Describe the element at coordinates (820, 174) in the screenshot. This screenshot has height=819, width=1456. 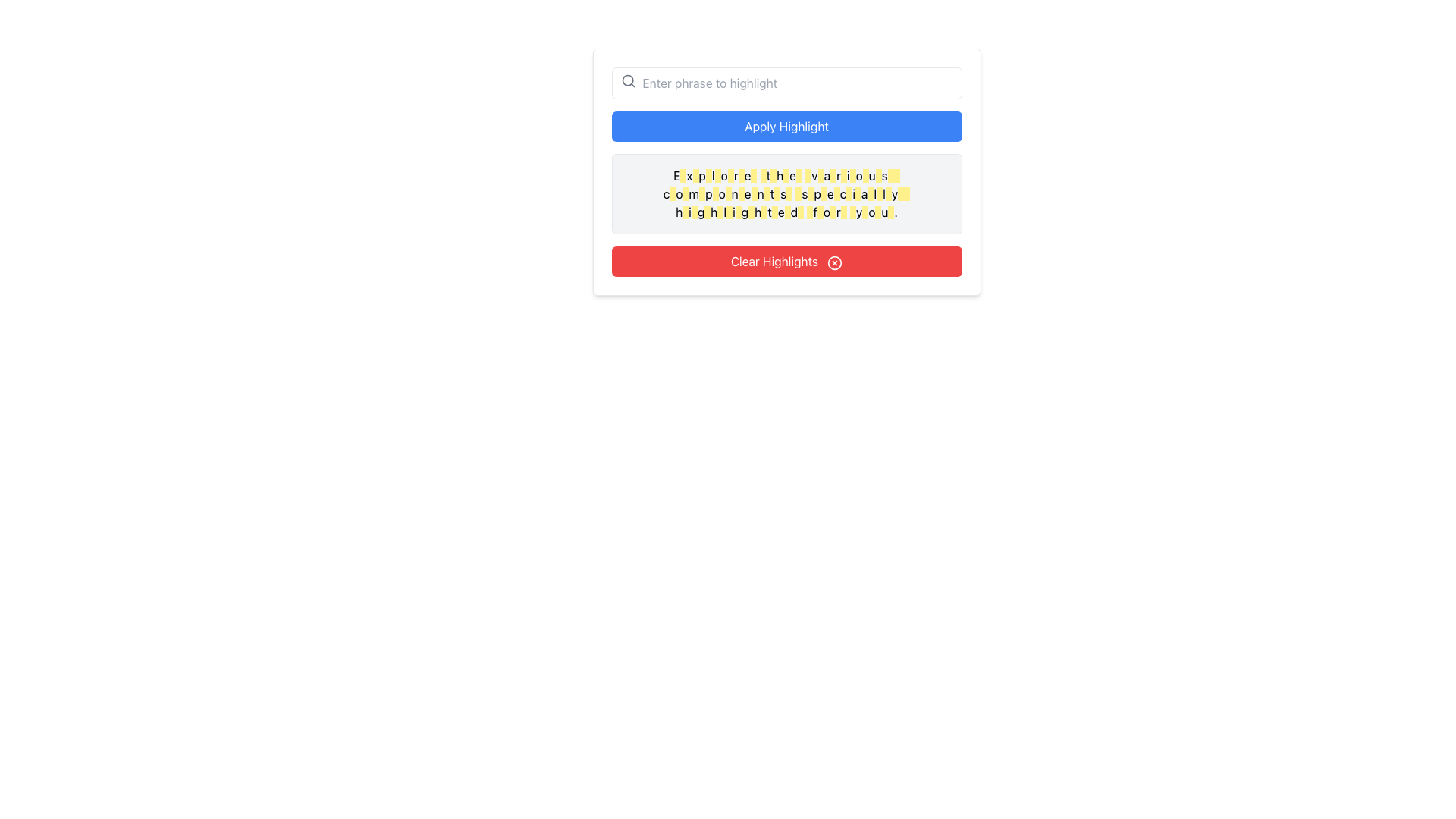
I see `the thirteenth yellow highlighted segment within the text 'Explore the various components specially highlighted for you.'` at that location.